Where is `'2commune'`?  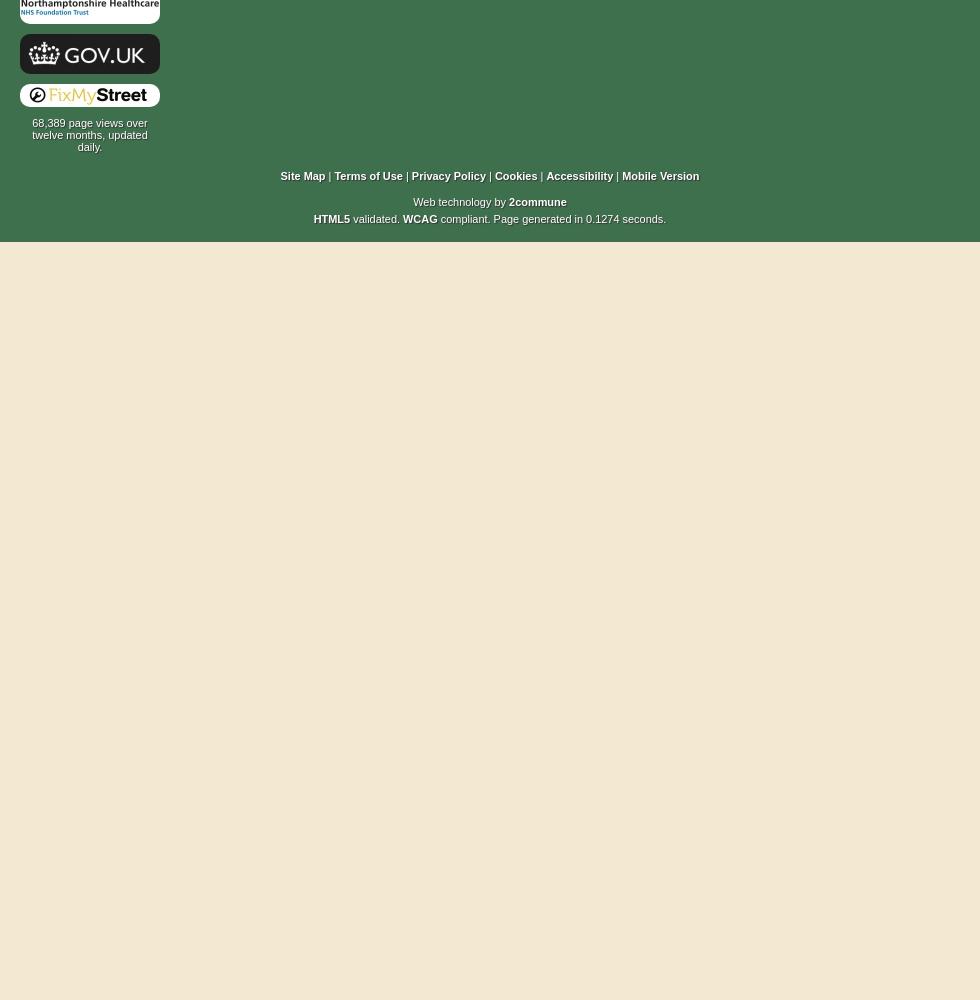
'2commune' is located at coordinates (537, 201).